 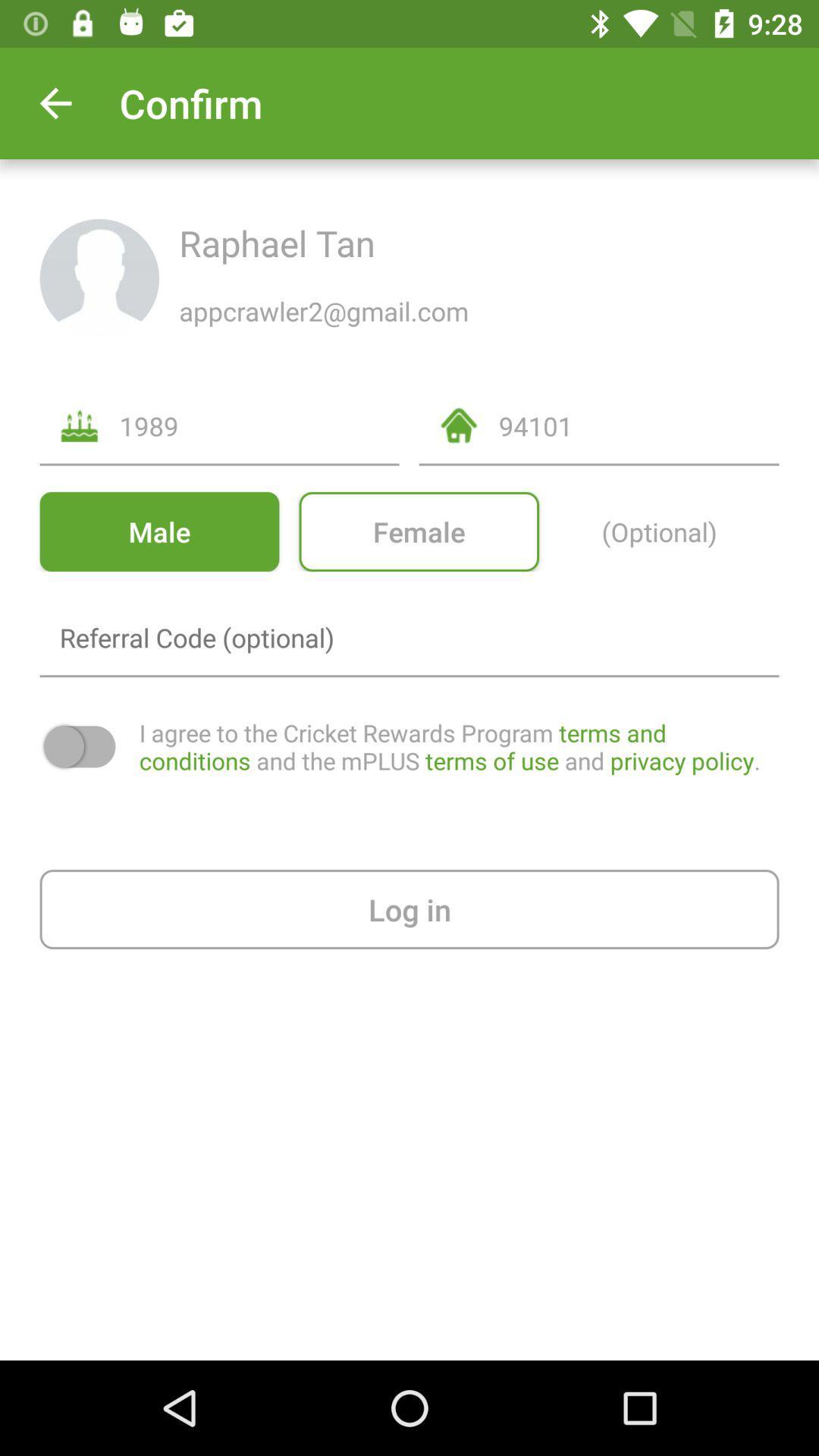 What do you see at coordinates (458, 425) in the screenshot?
I see `the home icon on left side numeric 94101` at bounding box center [458, 425].